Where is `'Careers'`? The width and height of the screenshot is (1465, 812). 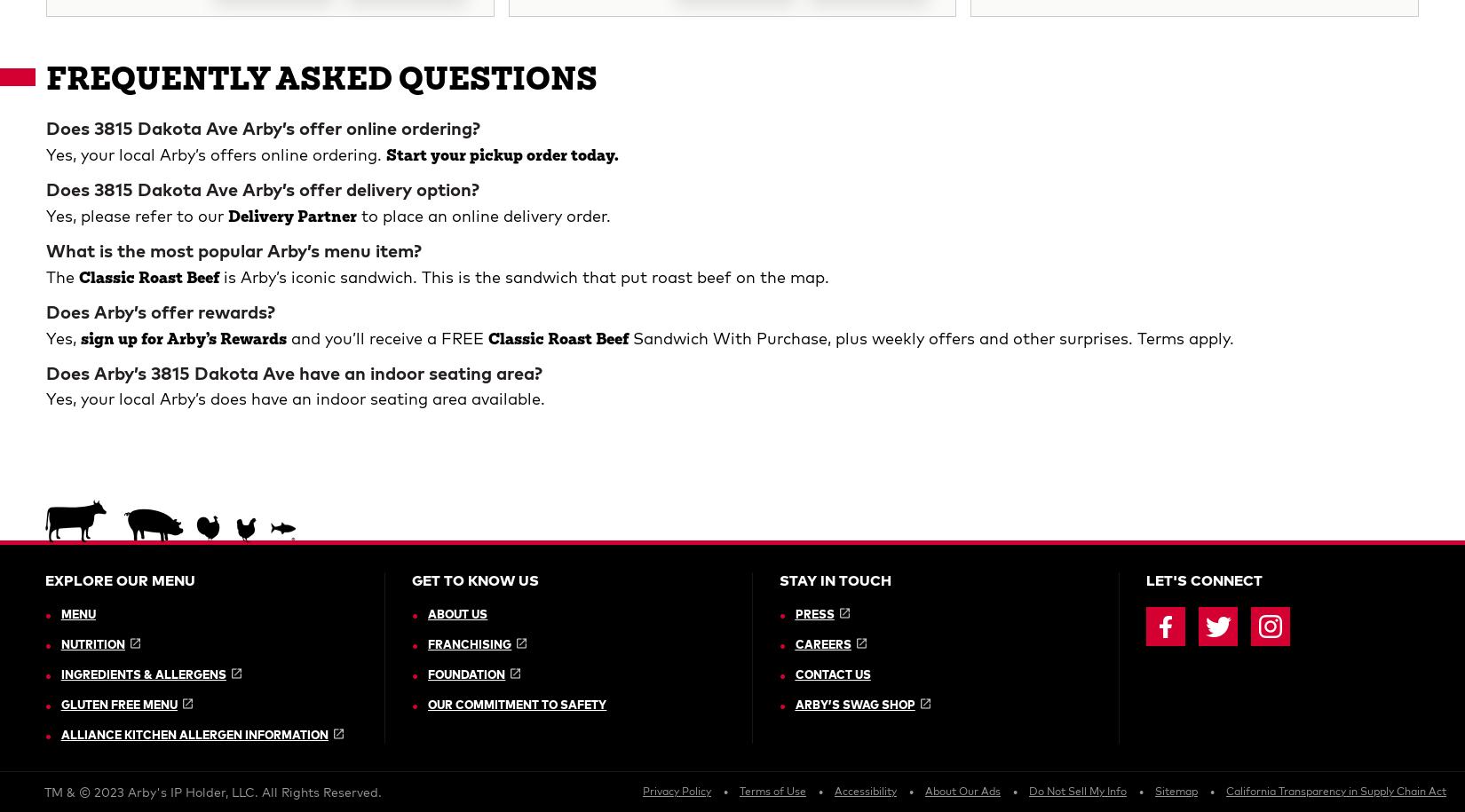 'Careers' is located at coordinates (822, 27).